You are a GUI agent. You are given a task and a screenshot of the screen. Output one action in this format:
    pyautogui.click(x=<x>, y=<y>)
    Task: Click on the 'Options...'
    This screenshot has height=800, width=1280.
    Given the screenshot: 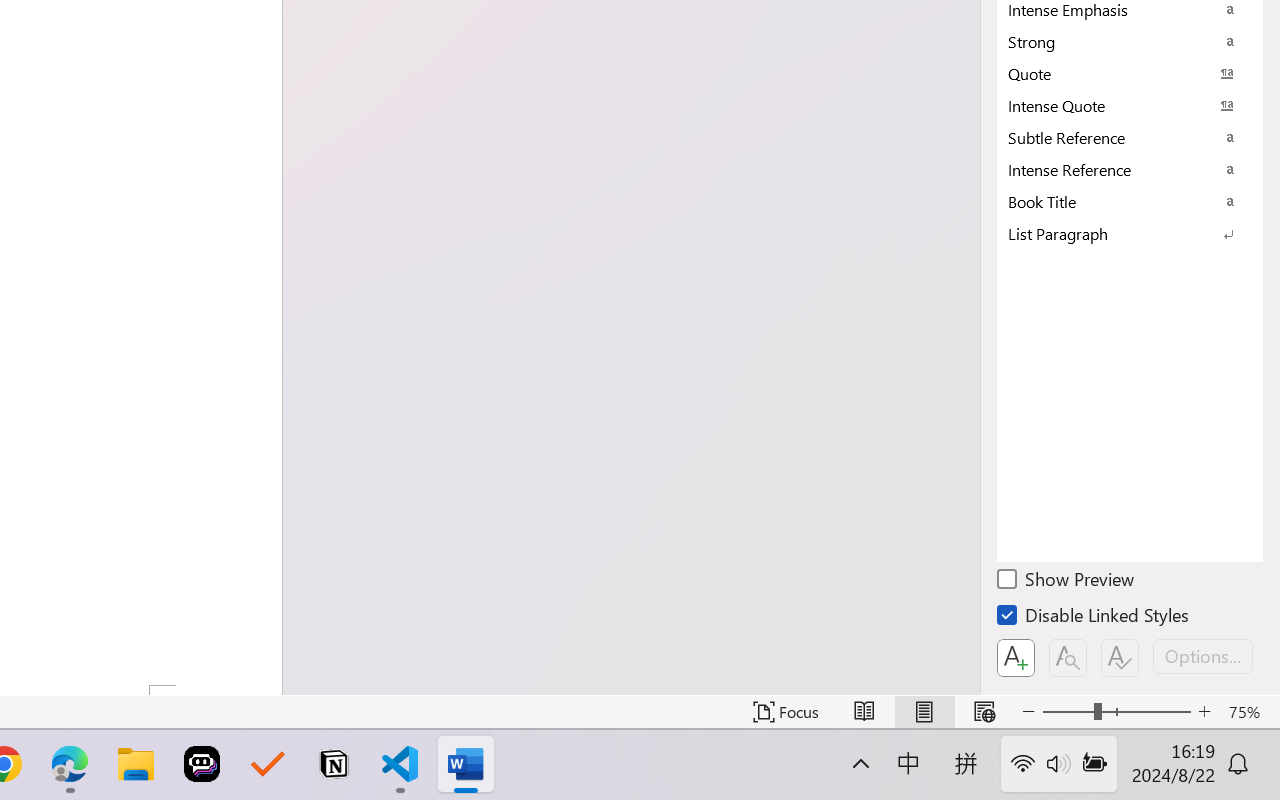 What is the action you would take?
    pyautogui.click(x=1202, y=655)
    